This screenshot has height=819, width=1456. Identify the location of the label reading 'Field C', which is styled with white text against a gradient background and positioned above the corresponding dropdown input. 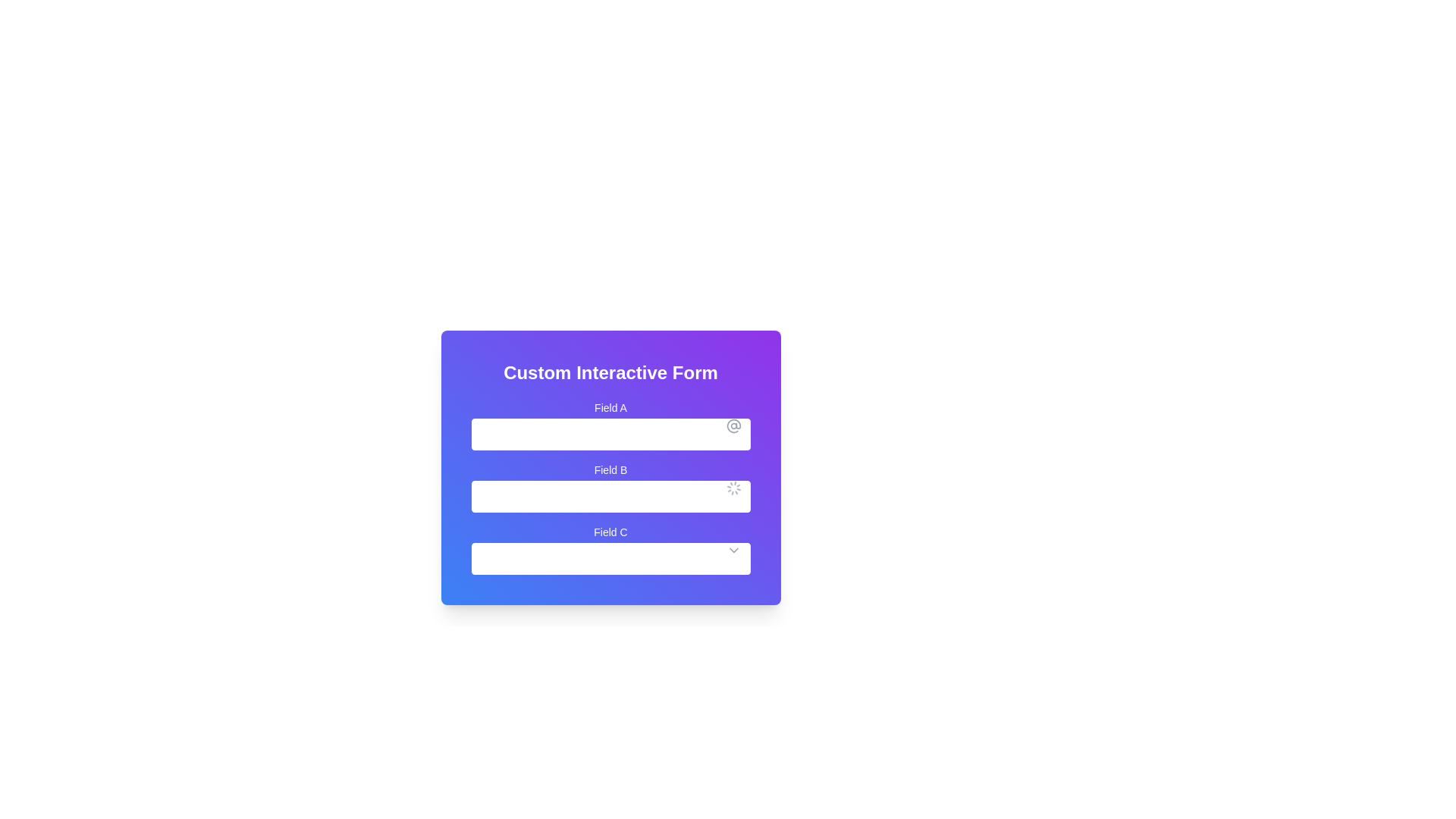
(610, 532).